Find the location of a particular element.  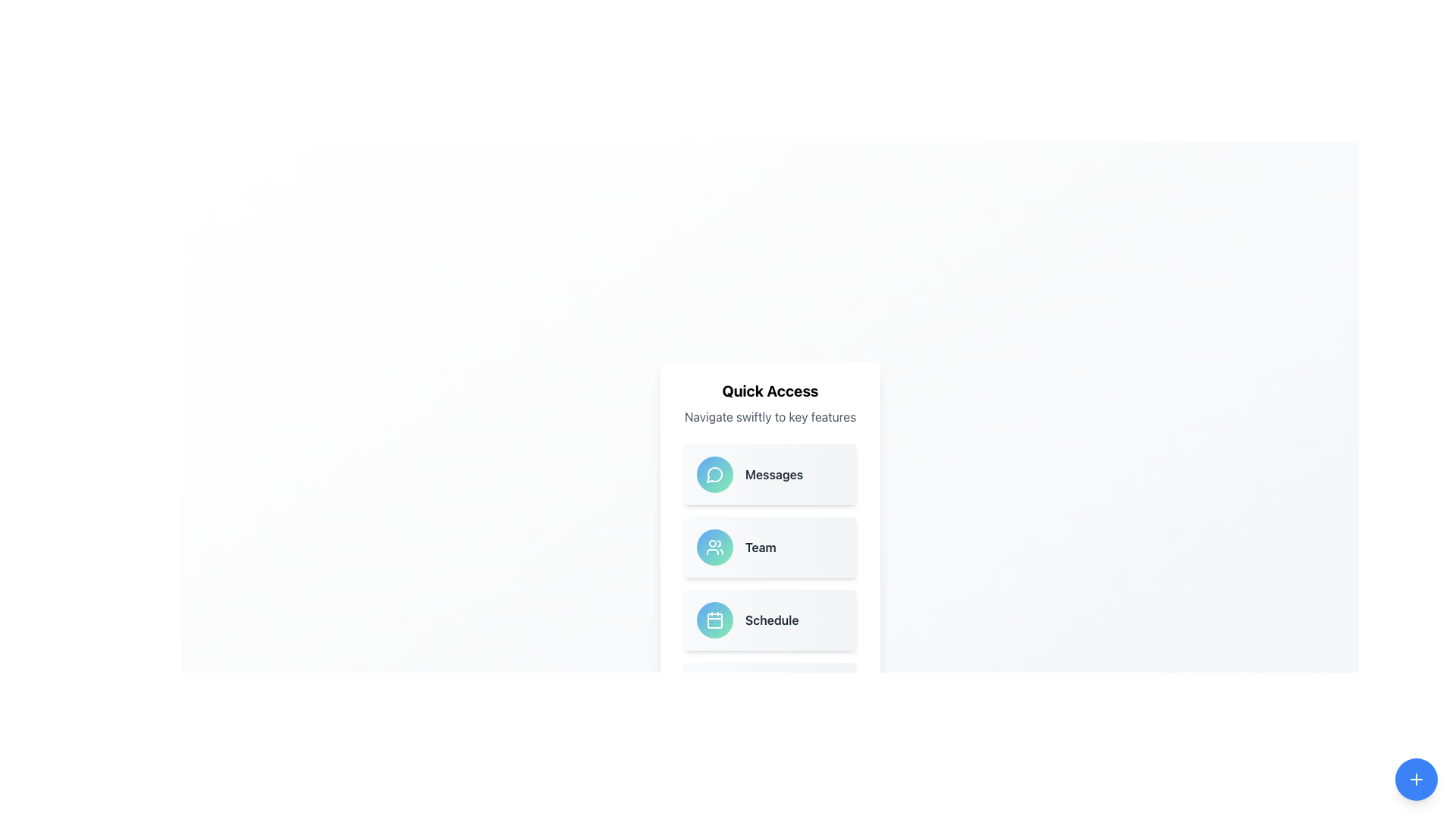

the vertical navigation menu option is located at coordinates (770, 583).